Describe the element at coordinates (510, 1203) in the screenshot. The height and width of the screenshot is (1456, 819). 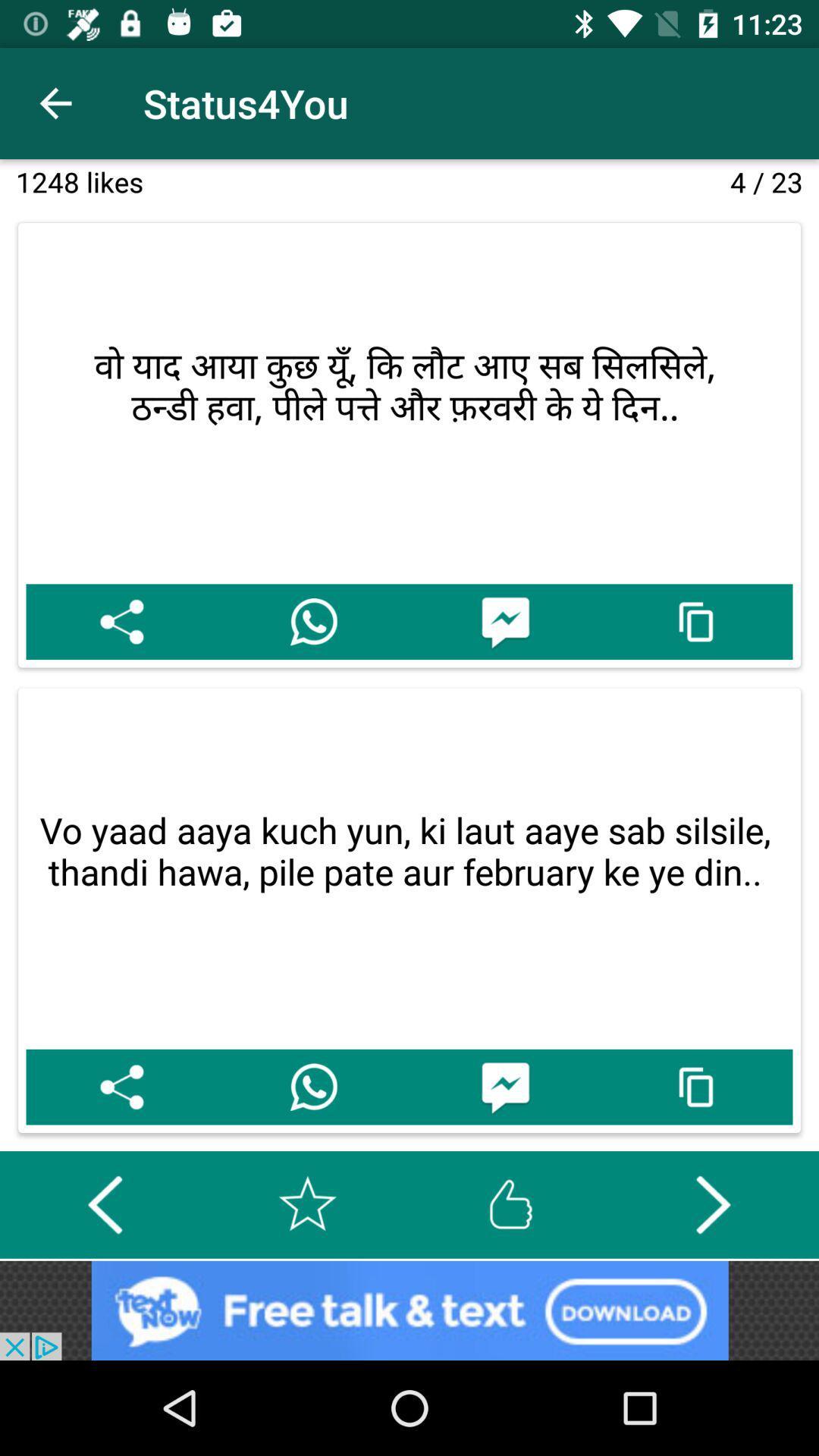
I see `thumbs up` at that location.